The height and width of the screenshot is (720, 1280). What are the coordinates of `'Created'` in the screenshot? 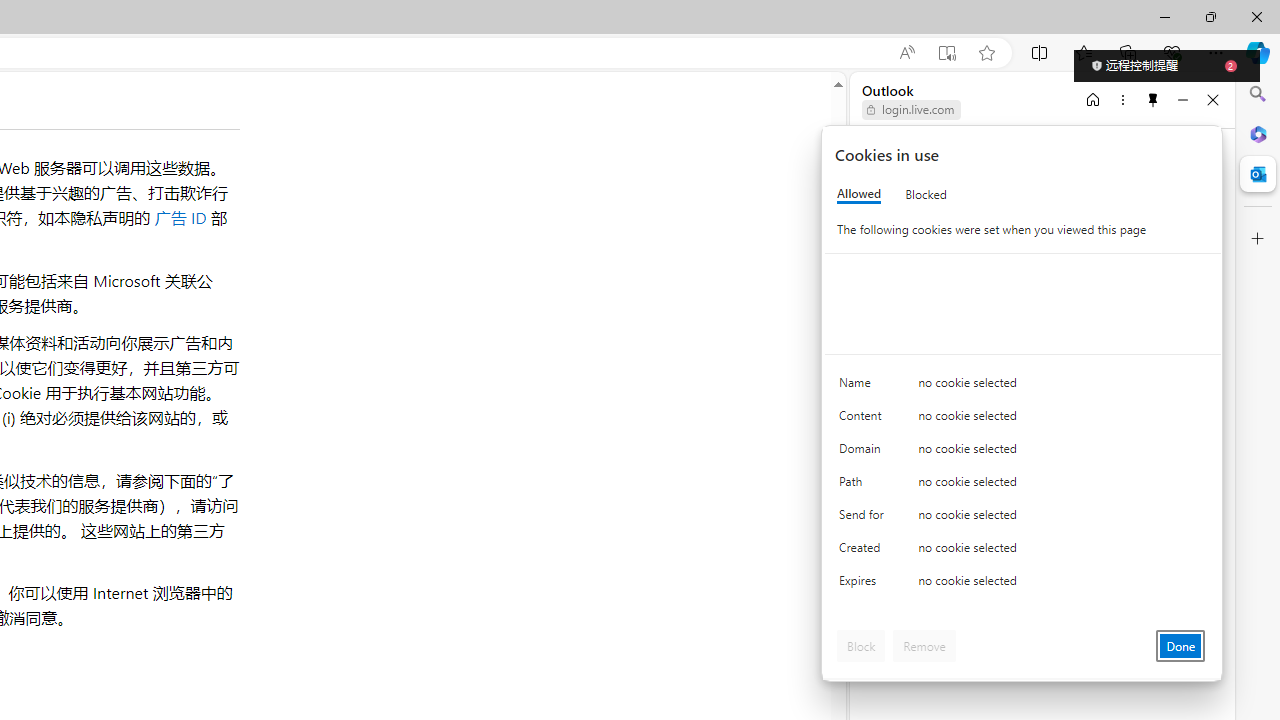 It's located at (865, 552).